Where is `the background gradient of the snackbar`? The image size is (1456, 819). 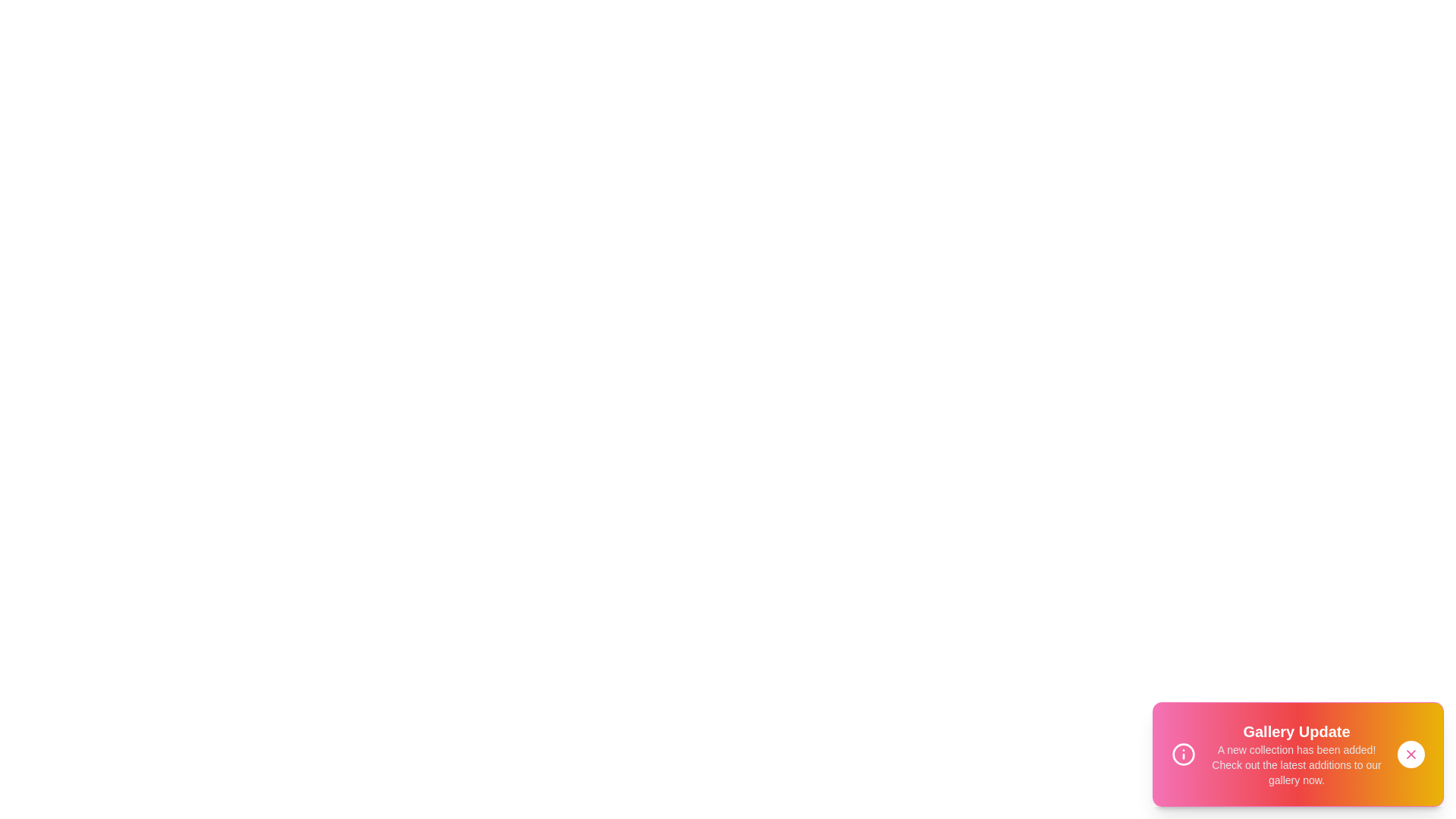
the background gradient of the snackbar is located at coordinates (1298, 755).